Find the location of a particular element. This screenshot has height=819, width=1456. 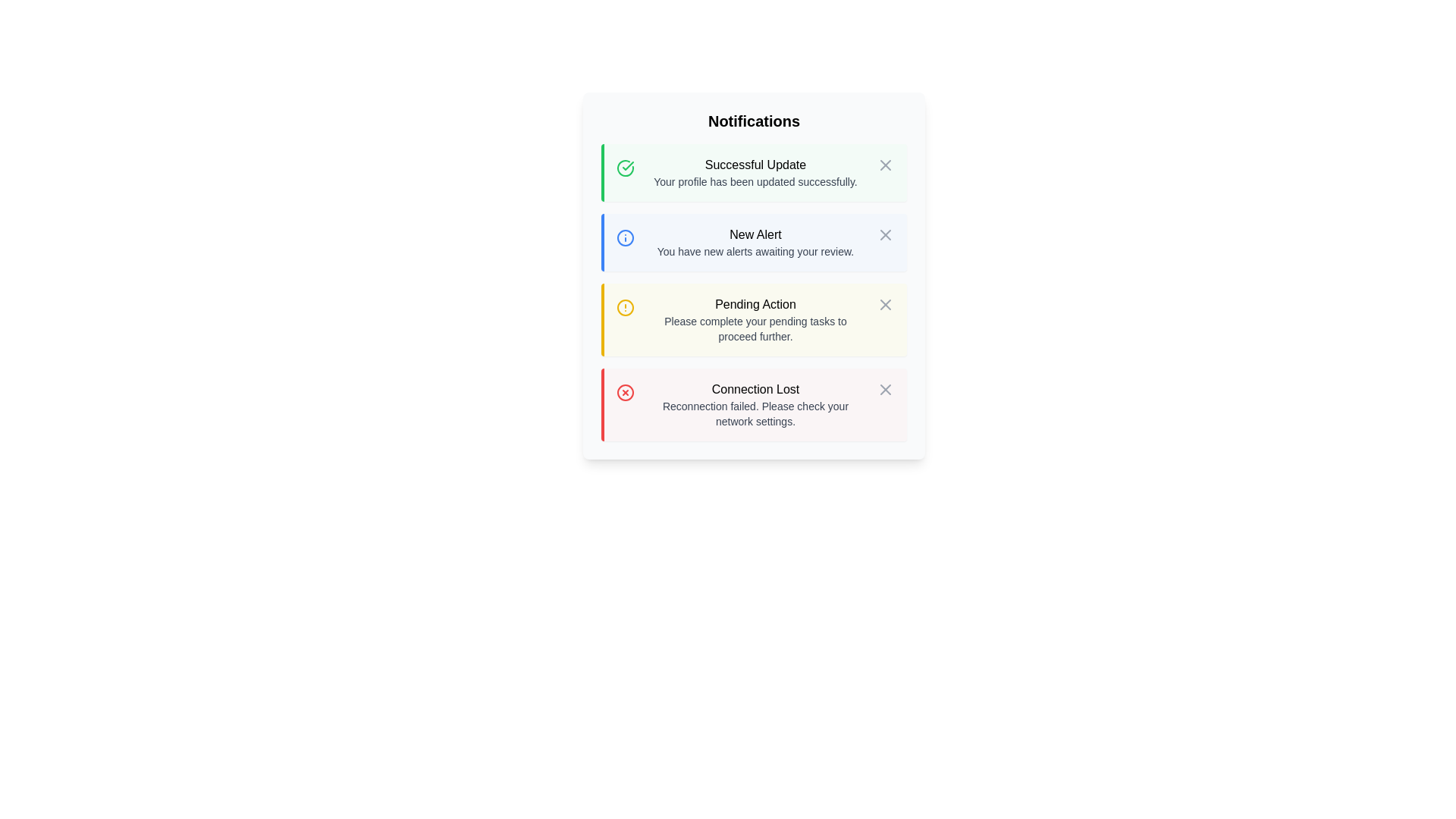

the text label stating 'Please complete your pending tasks to proceed further,' which is located in the yellow-highlighted section of the notification card titled 'Pending Action.' is located at coordinates (755, 328).